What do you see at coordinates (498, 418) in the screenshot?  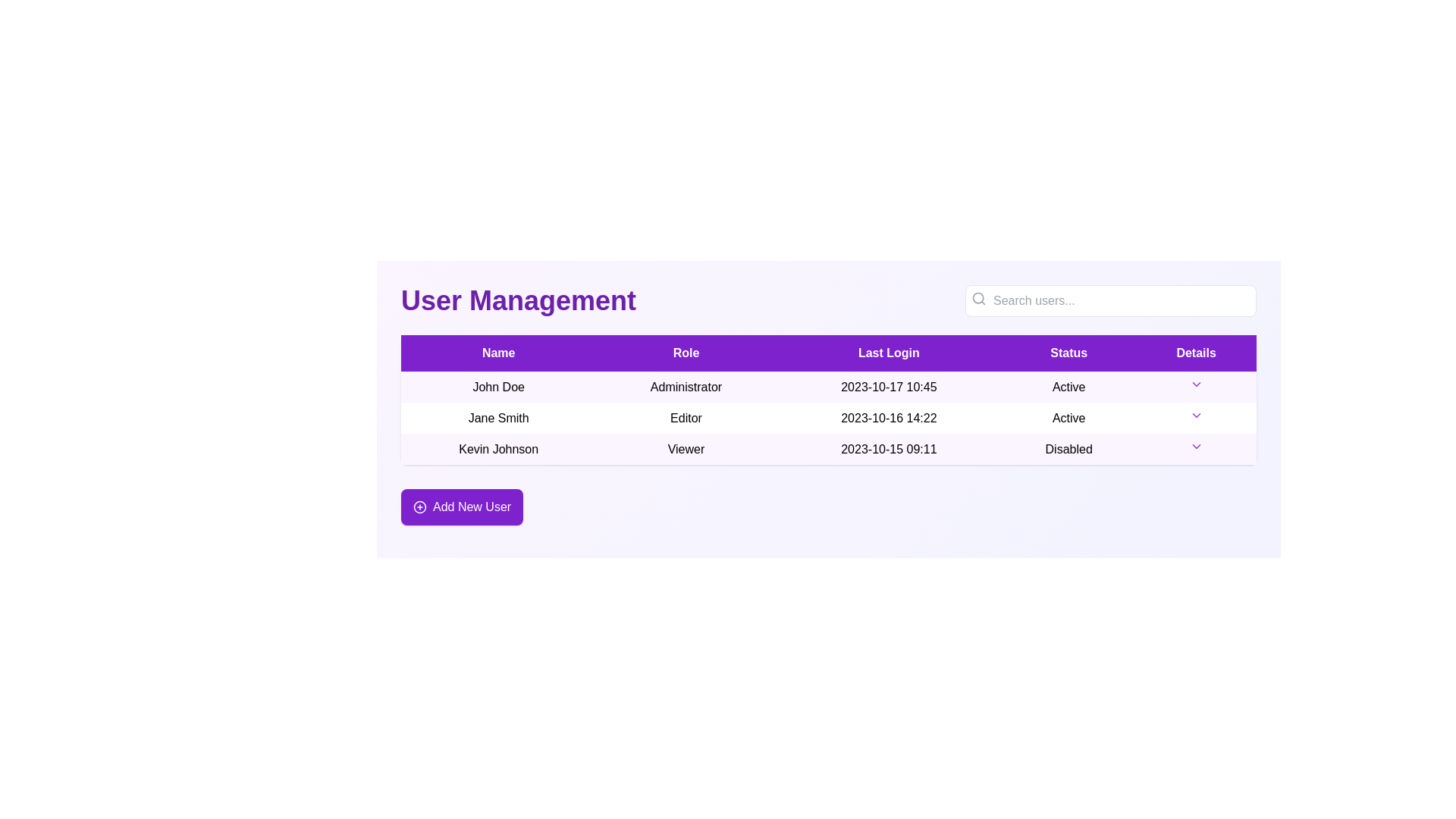 I see `the non-interactive text label displaying 'Jane Smith' in the user management table, located in the second row under the 'Name' column` at bounding box center [498, 418].